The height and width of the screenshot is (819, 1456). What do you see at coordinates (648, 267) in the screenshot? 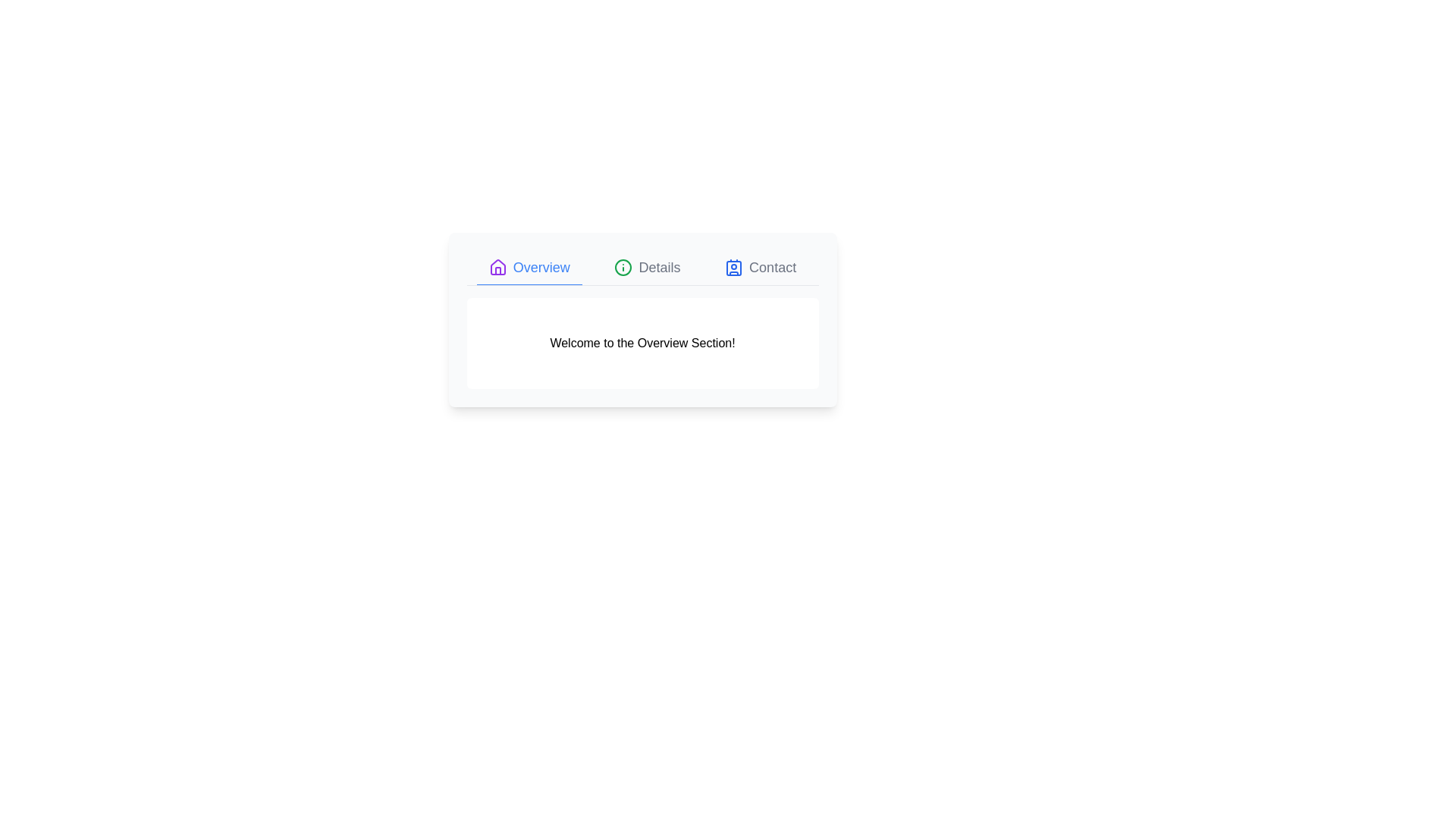
I see `the Details tab to view its content` at bounding box center [648, 267].